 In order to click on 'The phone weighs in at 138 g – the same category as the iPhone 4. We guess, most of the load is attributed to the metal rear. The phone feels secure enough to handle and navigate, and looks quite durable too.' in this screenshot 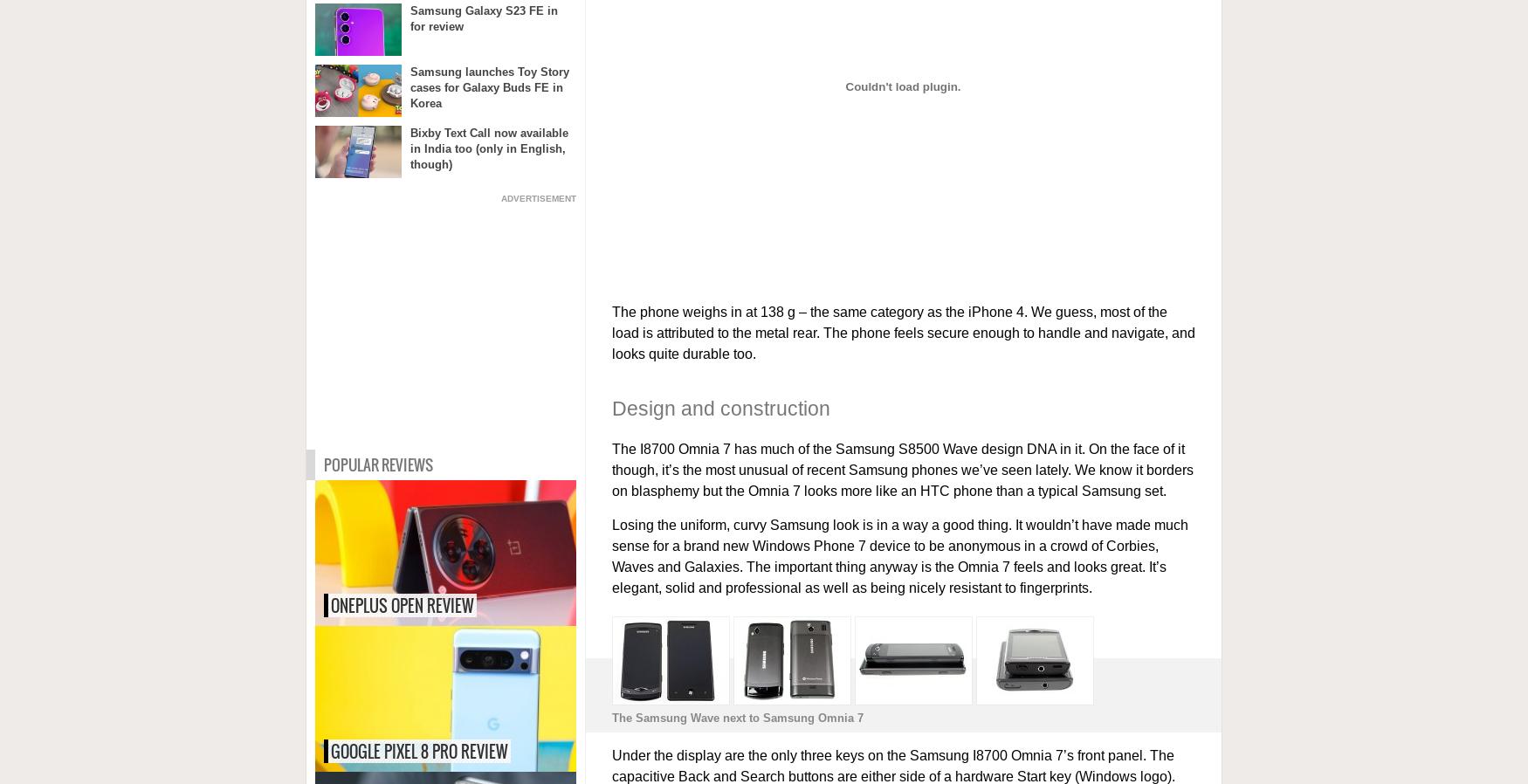, I will do `click(902, 333)`.